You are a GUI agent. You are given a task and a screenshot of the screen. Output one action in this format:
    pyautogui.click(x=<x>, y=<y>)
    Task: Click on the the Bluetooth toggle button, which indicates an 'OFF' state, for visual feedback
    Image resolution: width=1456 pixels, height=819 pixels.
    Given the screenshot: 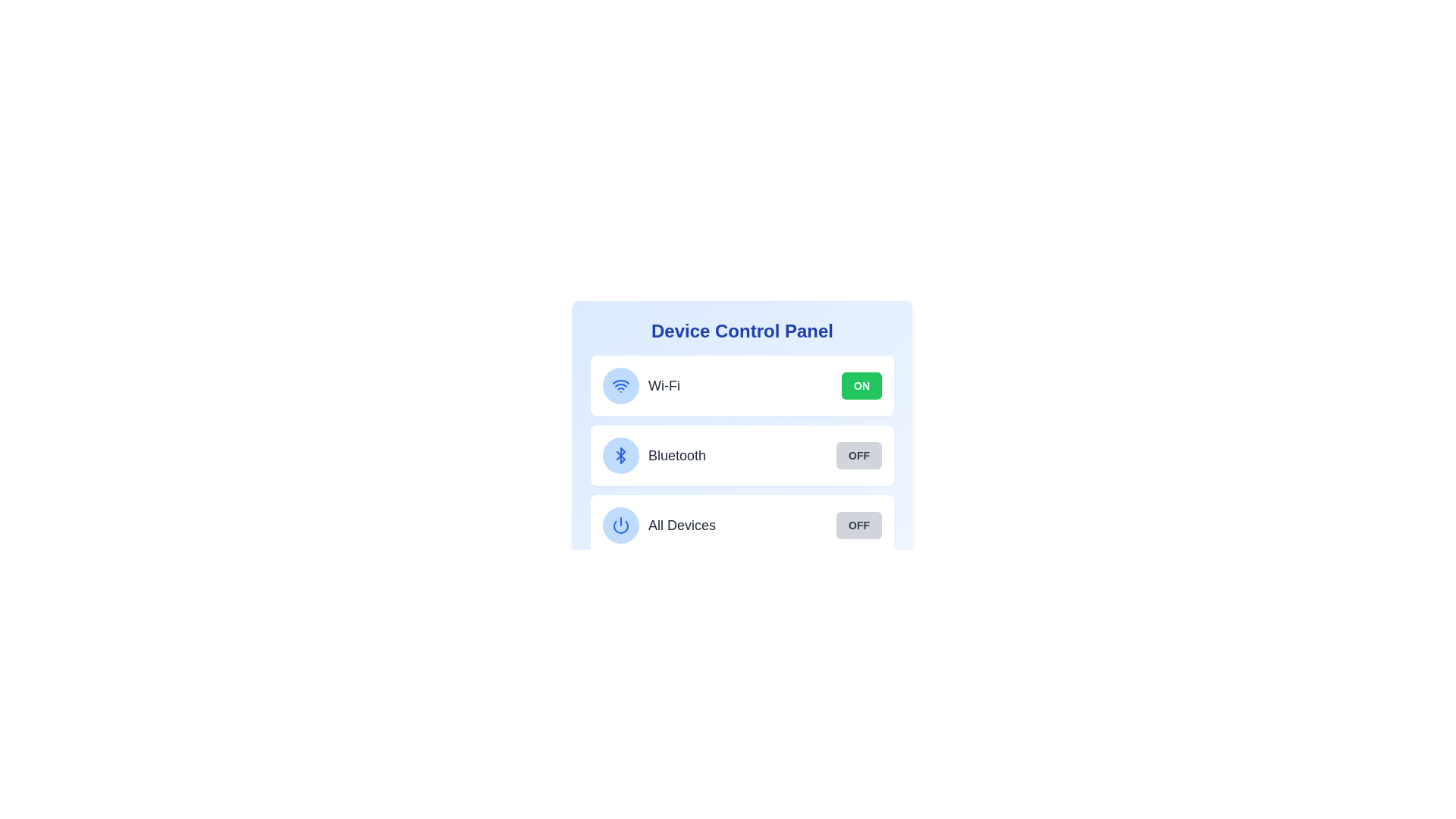 What is the action you would take?
    pyautogui.click(x=858, y=455)
    